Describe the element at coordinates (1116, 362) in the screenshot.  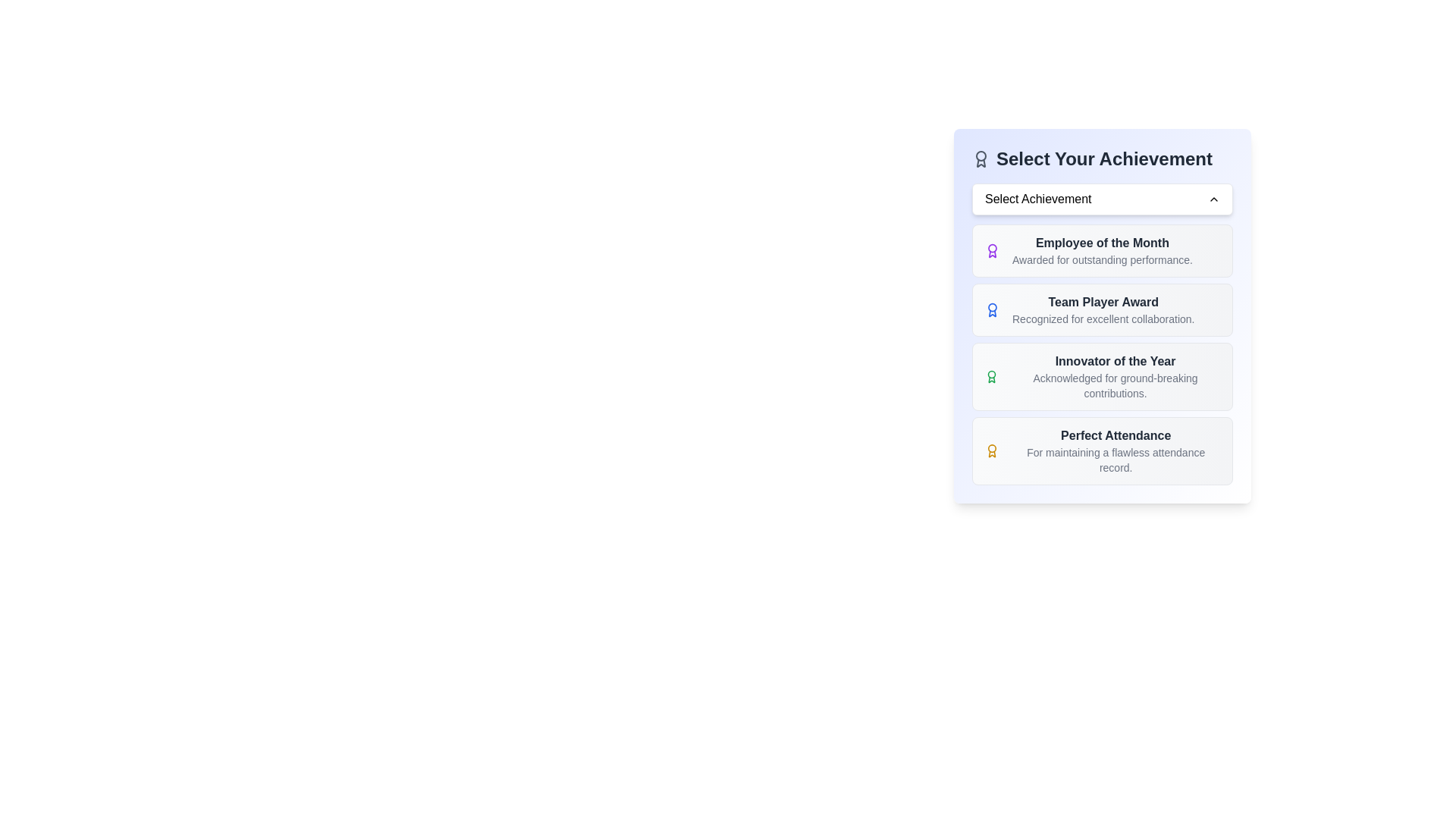
I see `the static text label 'Innovator of the Year' which is displayed in bold, dark gray text at the top of the third achievement entry in the list under 'Select Your Achievement'` at that location.